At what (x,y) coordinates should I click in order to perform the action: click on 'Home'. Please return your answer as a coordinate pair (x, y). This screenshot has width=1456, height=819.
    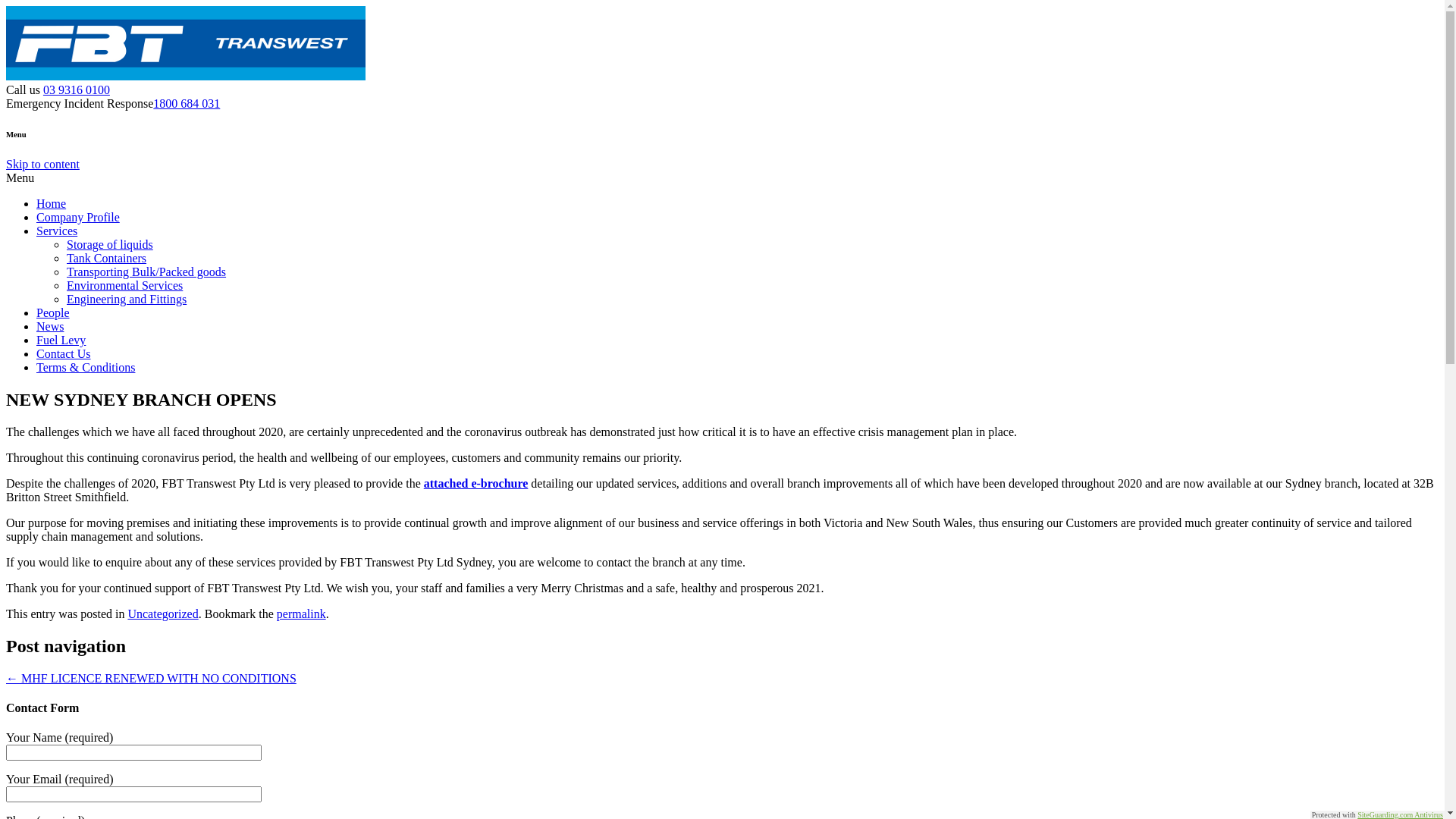
    Looking at the image, I should click on (51, 202).